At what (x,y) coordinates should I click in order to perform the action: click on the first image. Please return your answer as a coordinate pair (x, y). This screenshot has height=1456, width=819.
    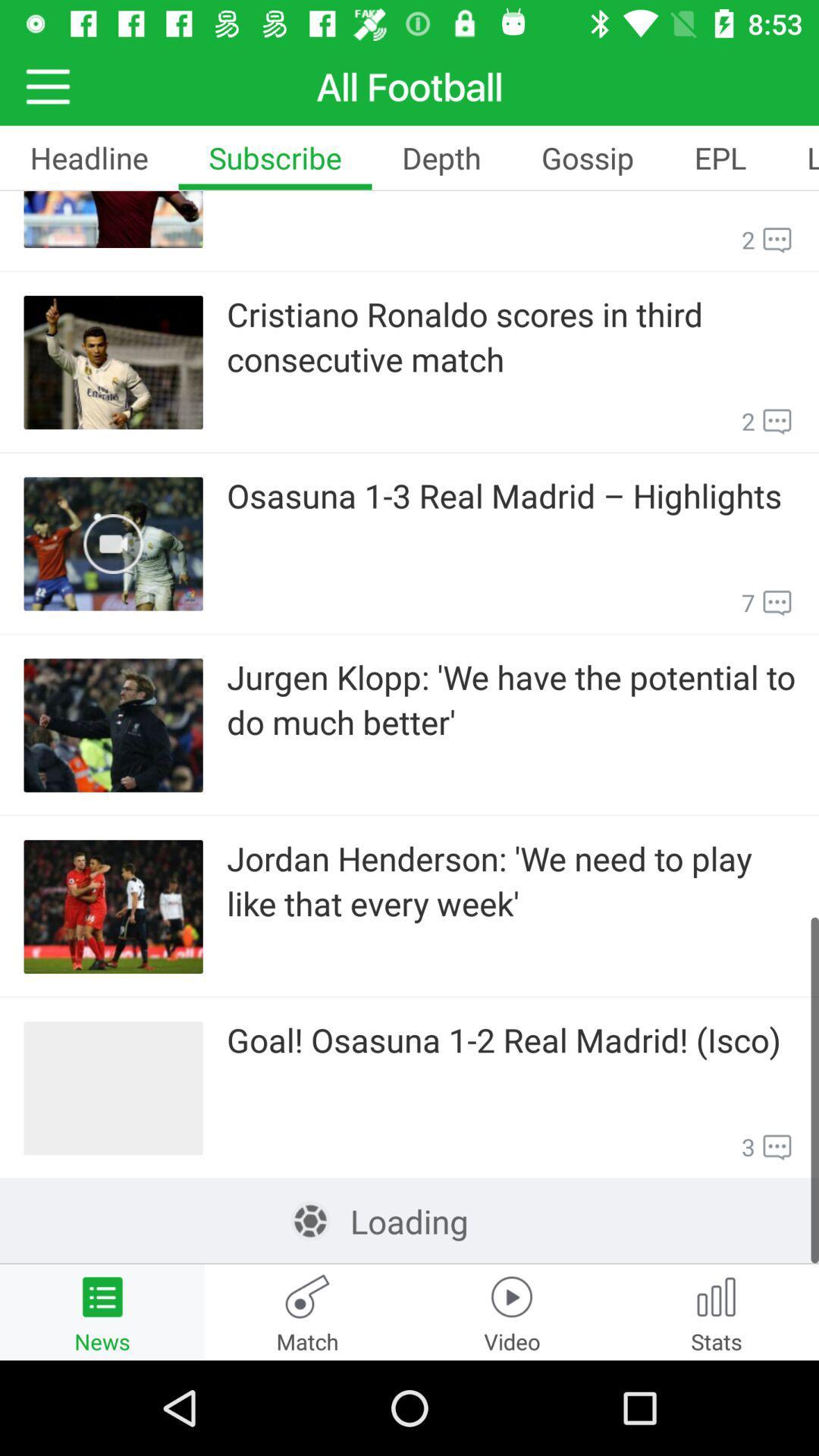
    Looking at the image, I should click on (113, 218).